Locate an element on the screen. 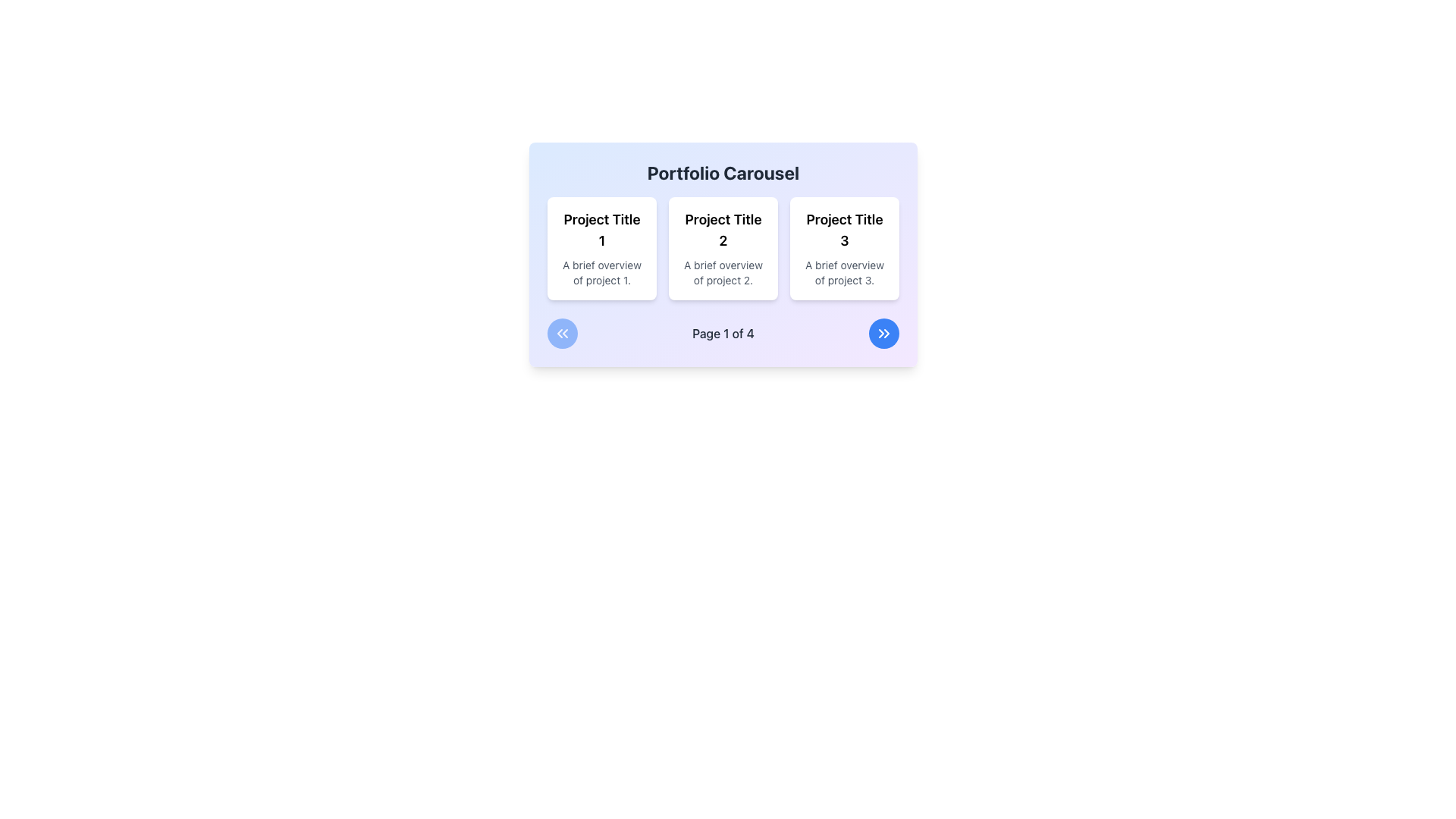 This screenshot has height=819, width=1456. the second informational card in the Portfolio Carousel, which presents a project overview with a title and description is located at coordinates (723, 247).